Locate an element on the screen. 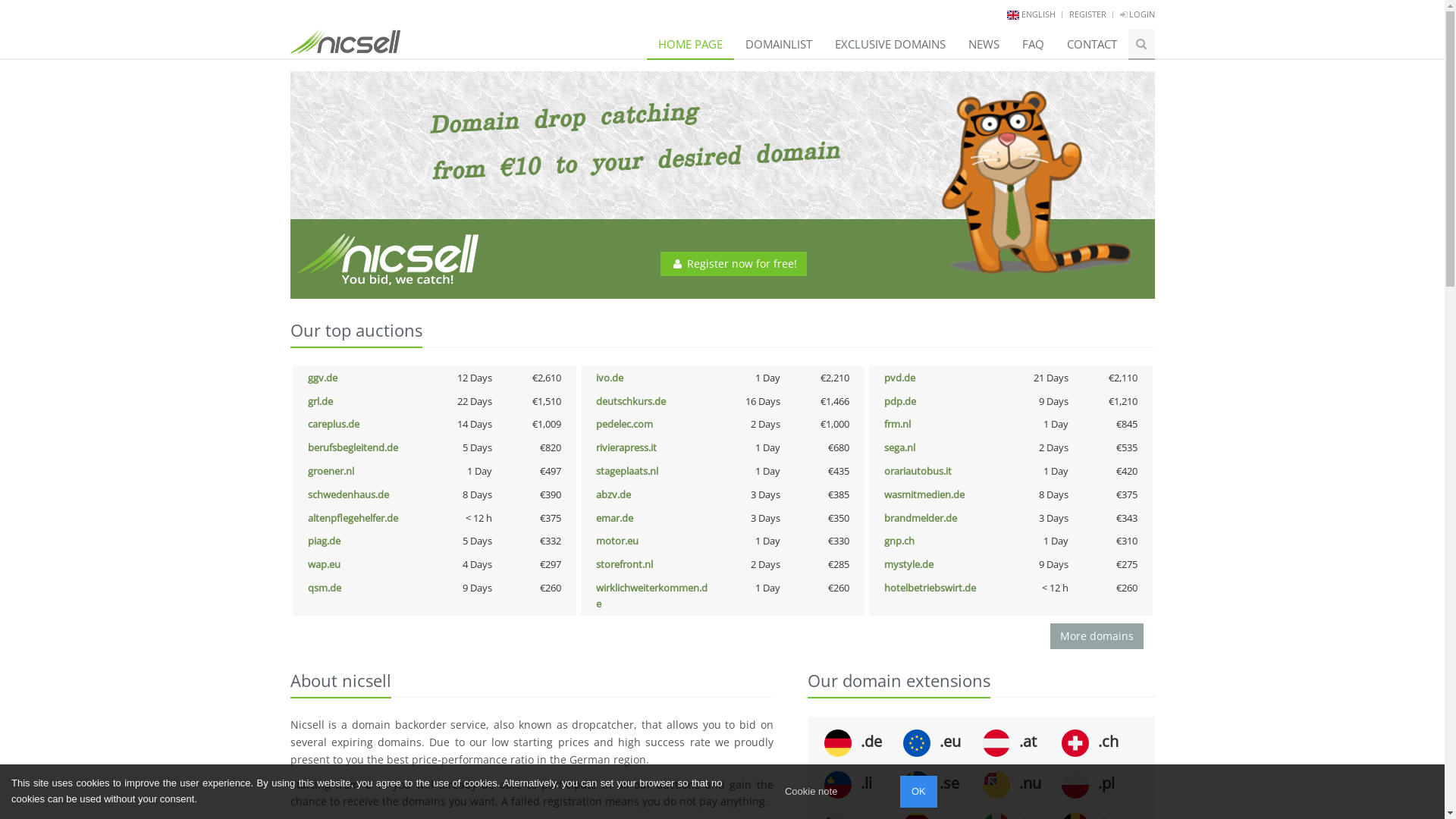 The image size is (1456, 819). 'FAQ' is located at coordinates (1009, 43).